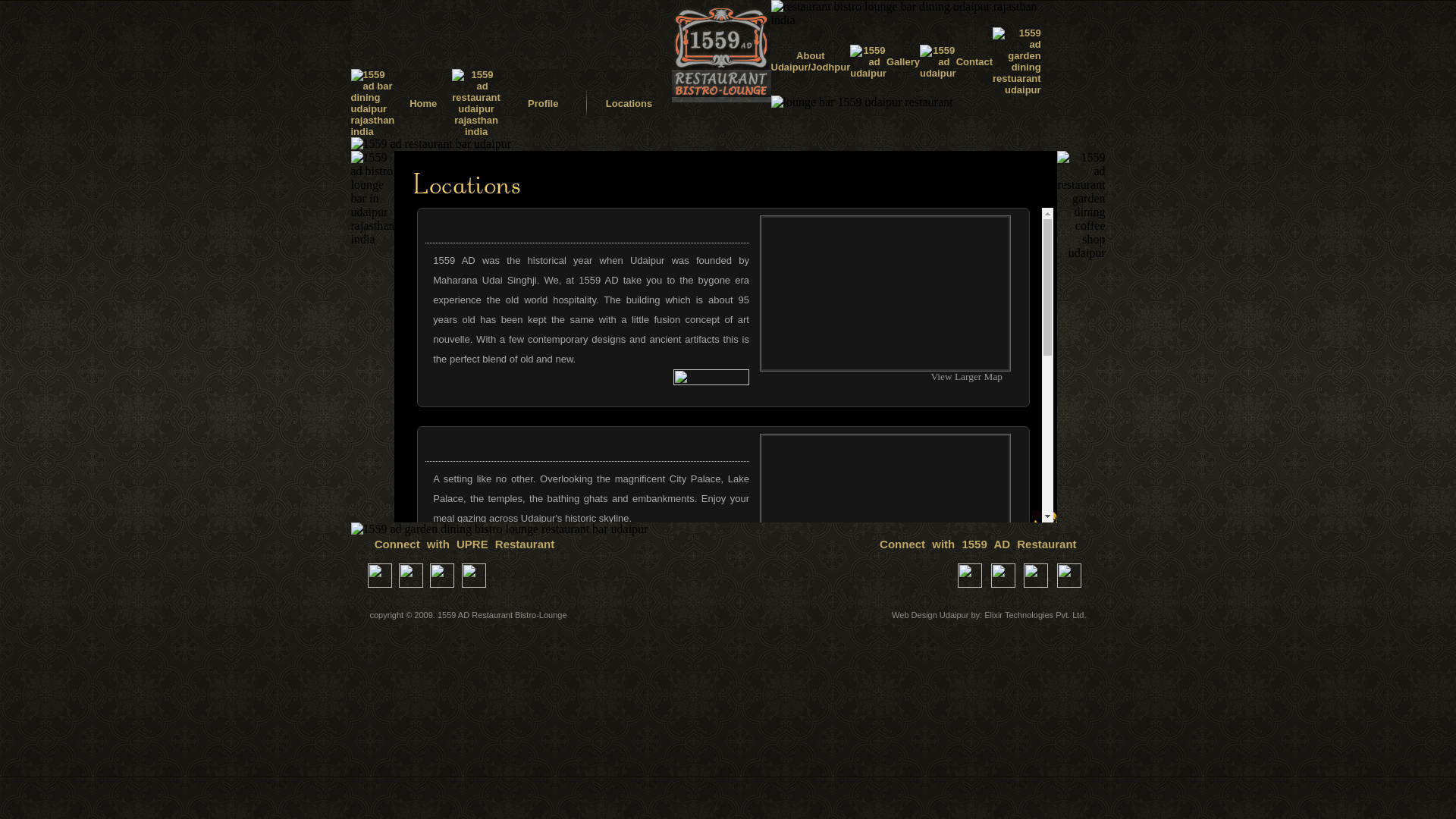 This screenshot has height=819, width=1456. Describe the element at coordinates (372, 198) in the screenshot. I see `'1559 ad bistro lounge bar in udaipur rajasthan india'` at that location.